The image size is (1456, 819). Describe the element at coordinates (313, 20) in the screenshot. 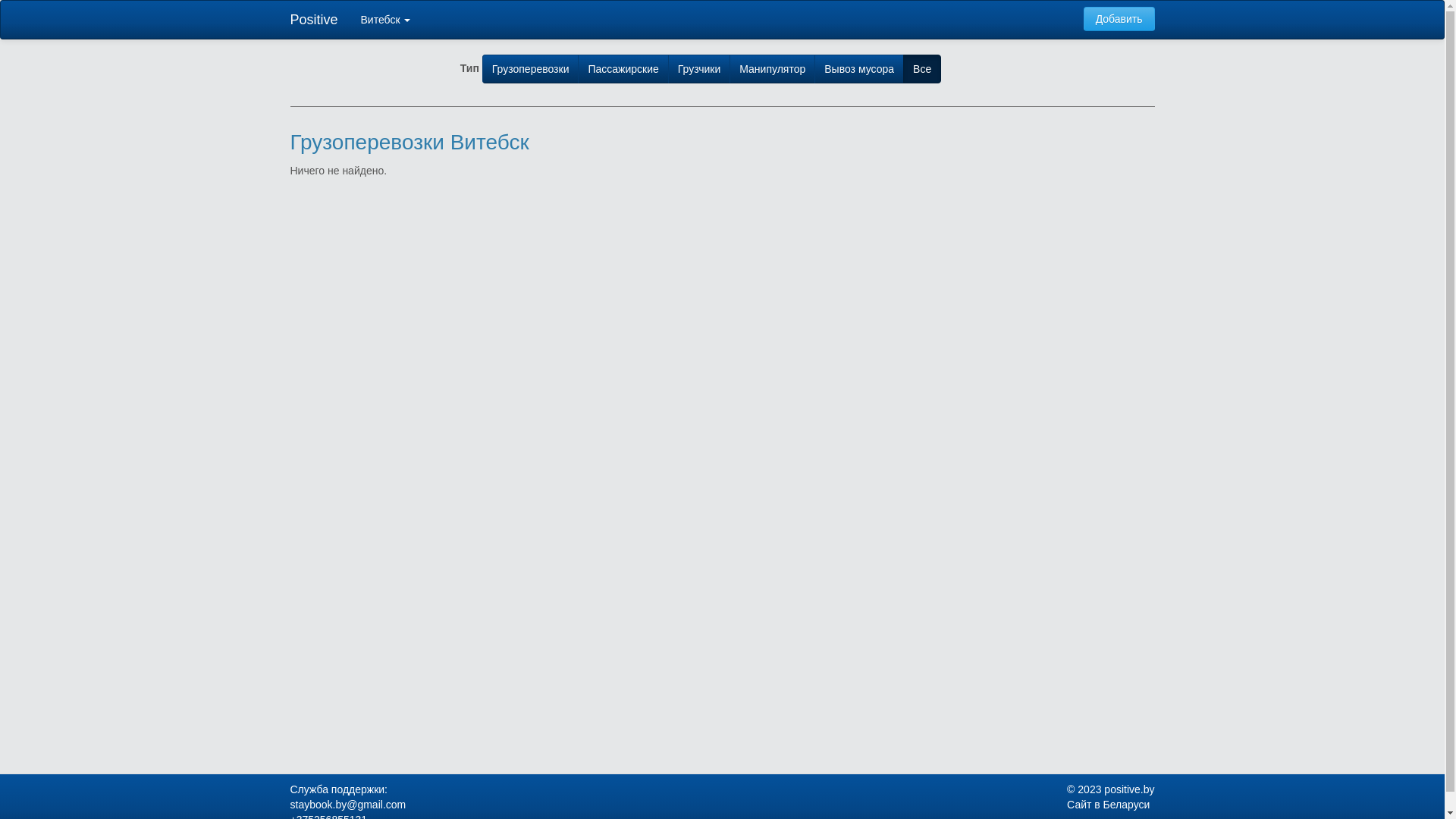

I see `'Positive'` at that location.